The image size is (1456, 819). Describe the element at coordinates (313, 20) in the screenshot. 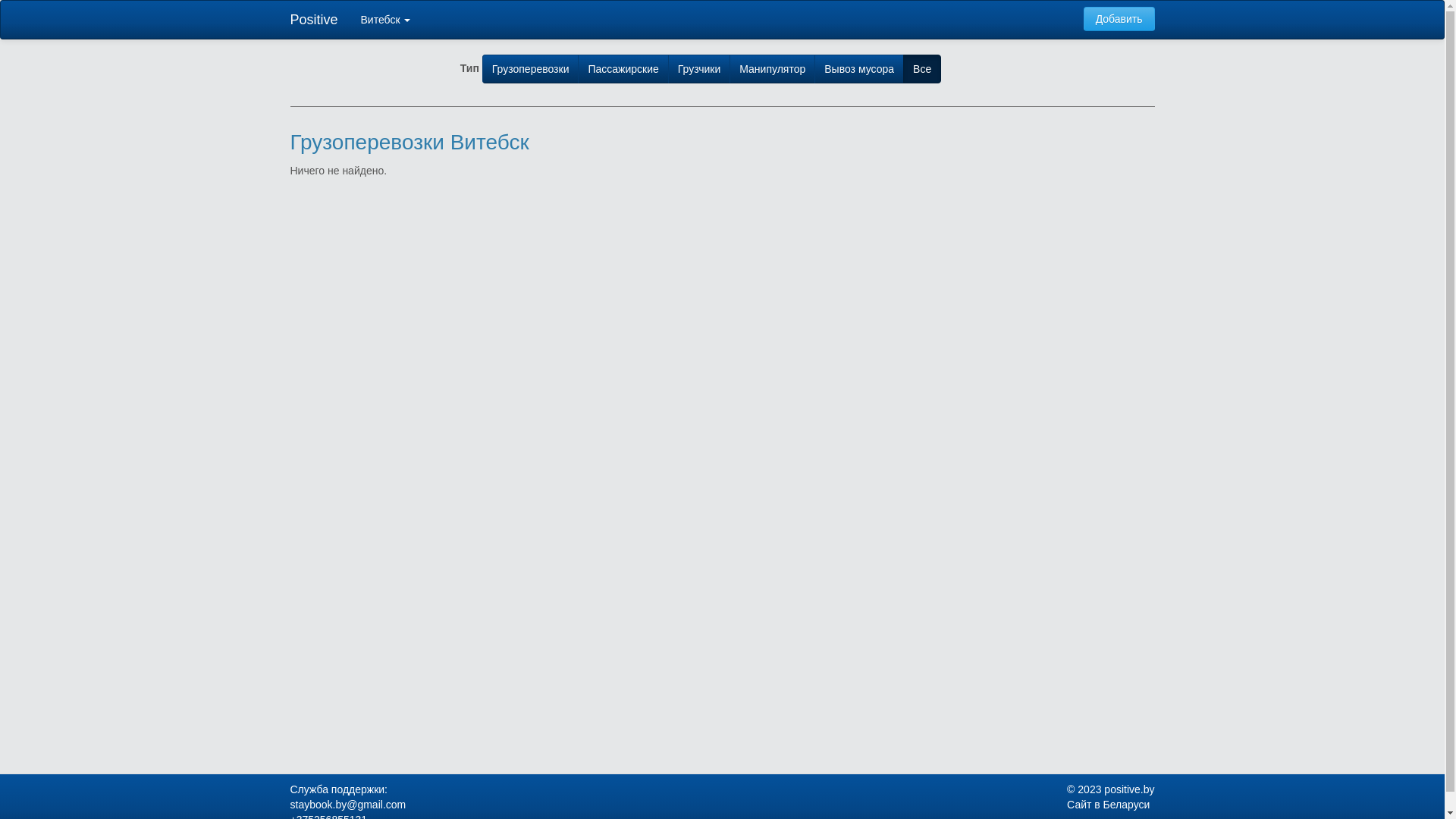

I see `'Positive'` at that location.